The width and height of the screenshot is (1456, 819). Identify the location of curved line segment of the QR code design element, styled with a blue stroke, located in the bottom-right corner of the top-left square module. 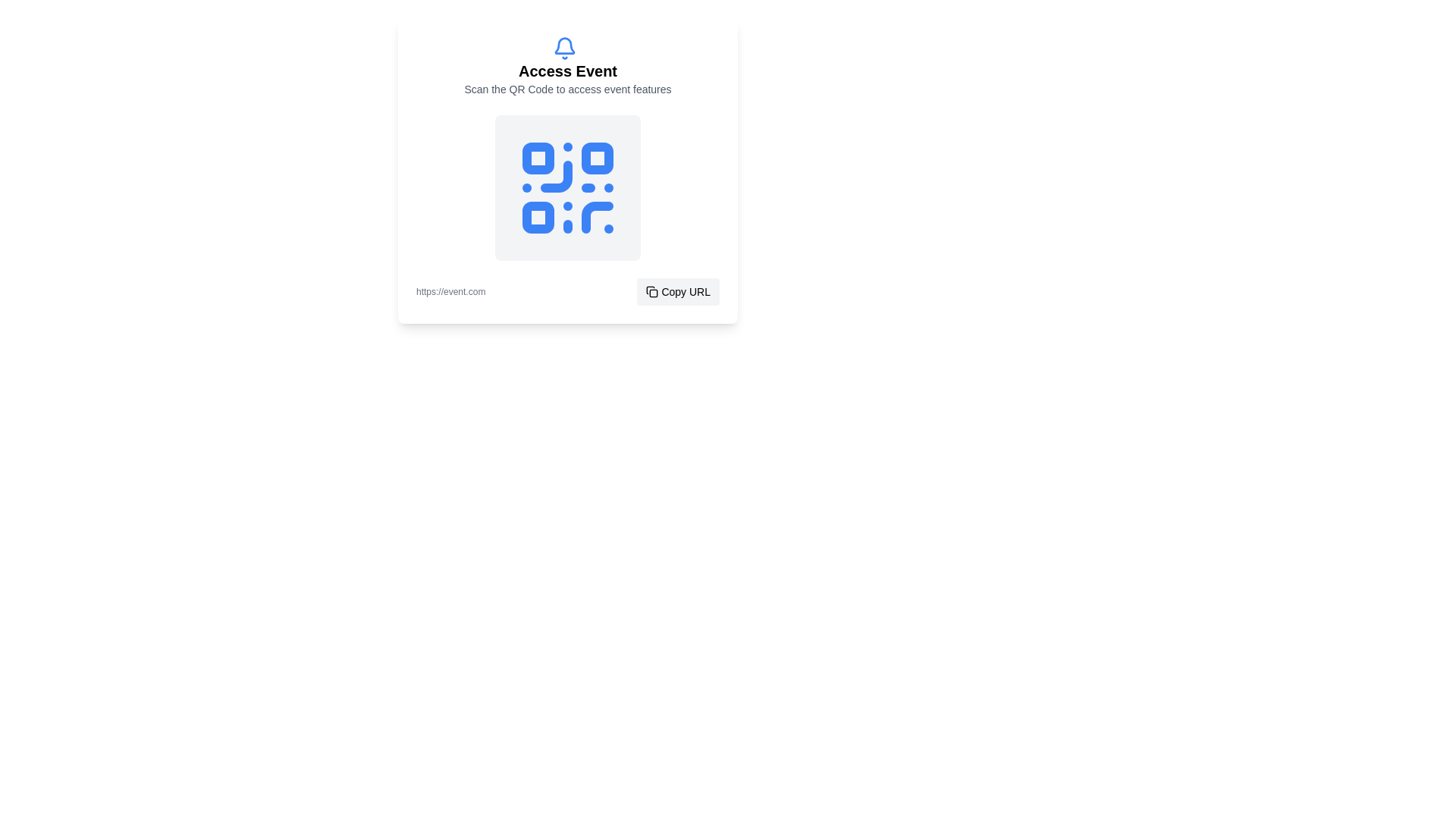
(556, 175).